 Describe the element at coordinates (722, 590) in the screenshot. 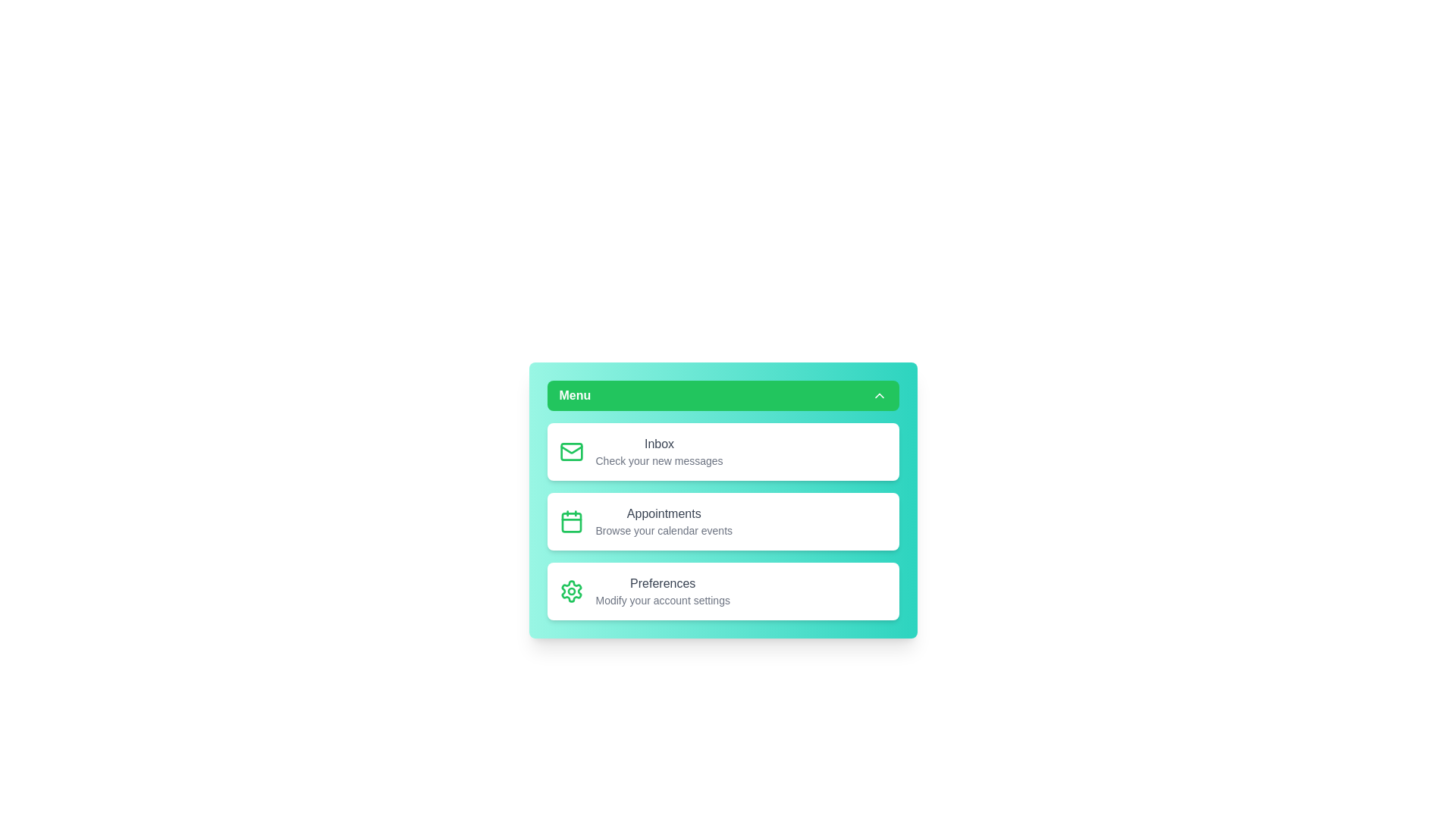

I see `the menu option Preferences to provide visual feedback` at that location.